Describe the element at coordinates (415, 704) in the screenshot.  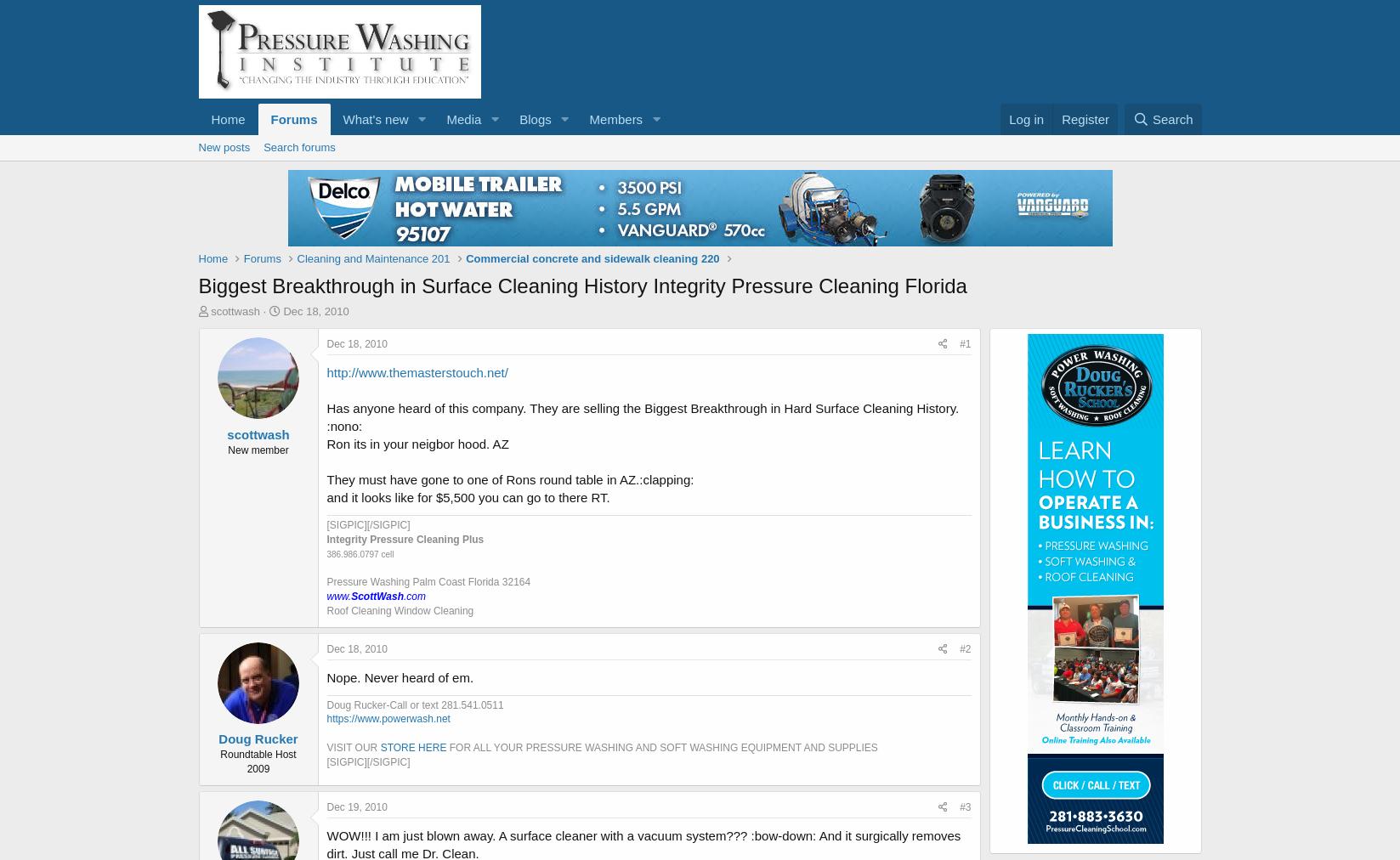
I see `'Doug Rucker-Call or text 281.541.0511'` at that location.